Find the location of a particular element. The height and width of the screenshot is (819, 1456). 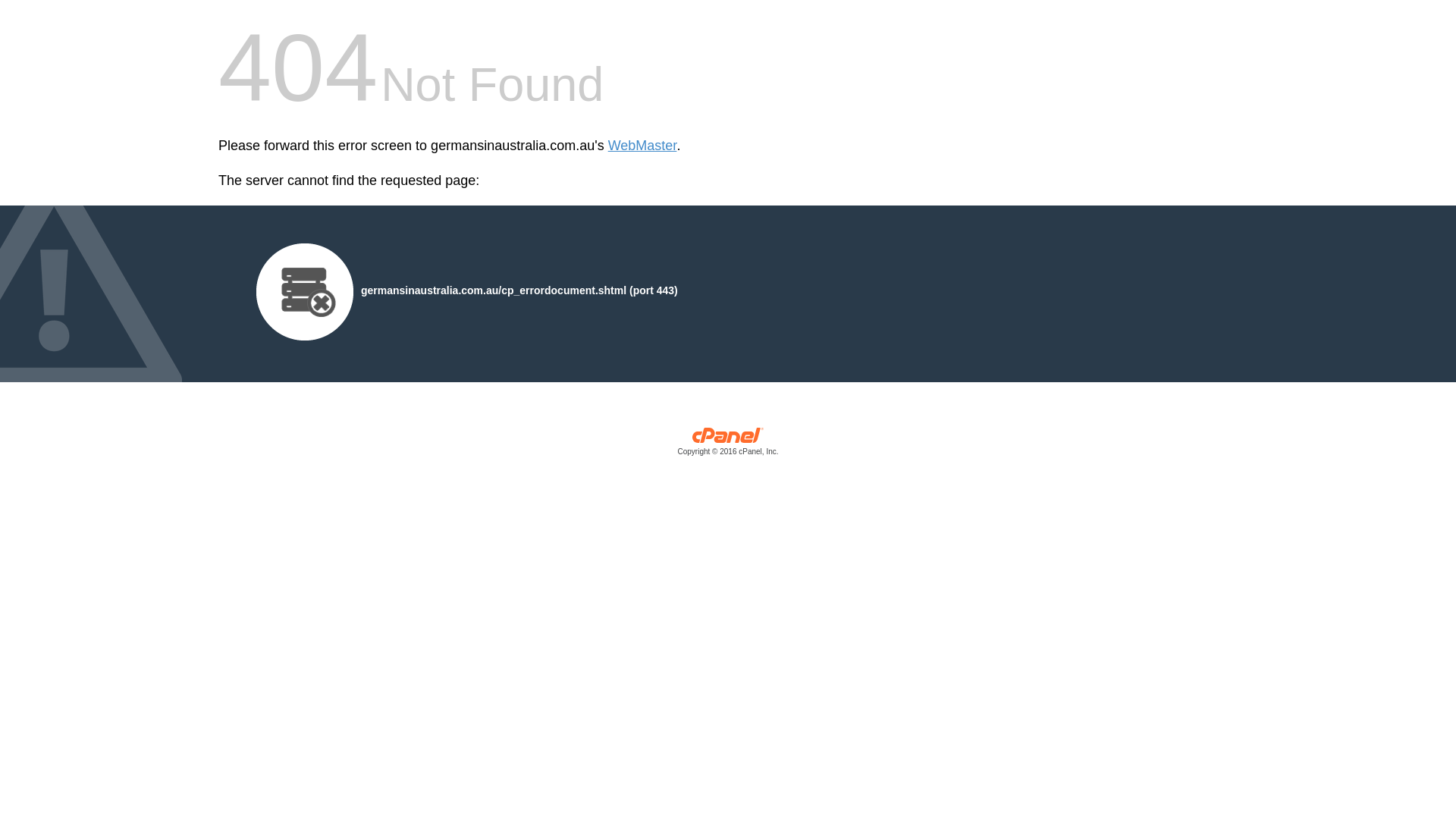

'WebMaster' is located at coordinates (642, 146).